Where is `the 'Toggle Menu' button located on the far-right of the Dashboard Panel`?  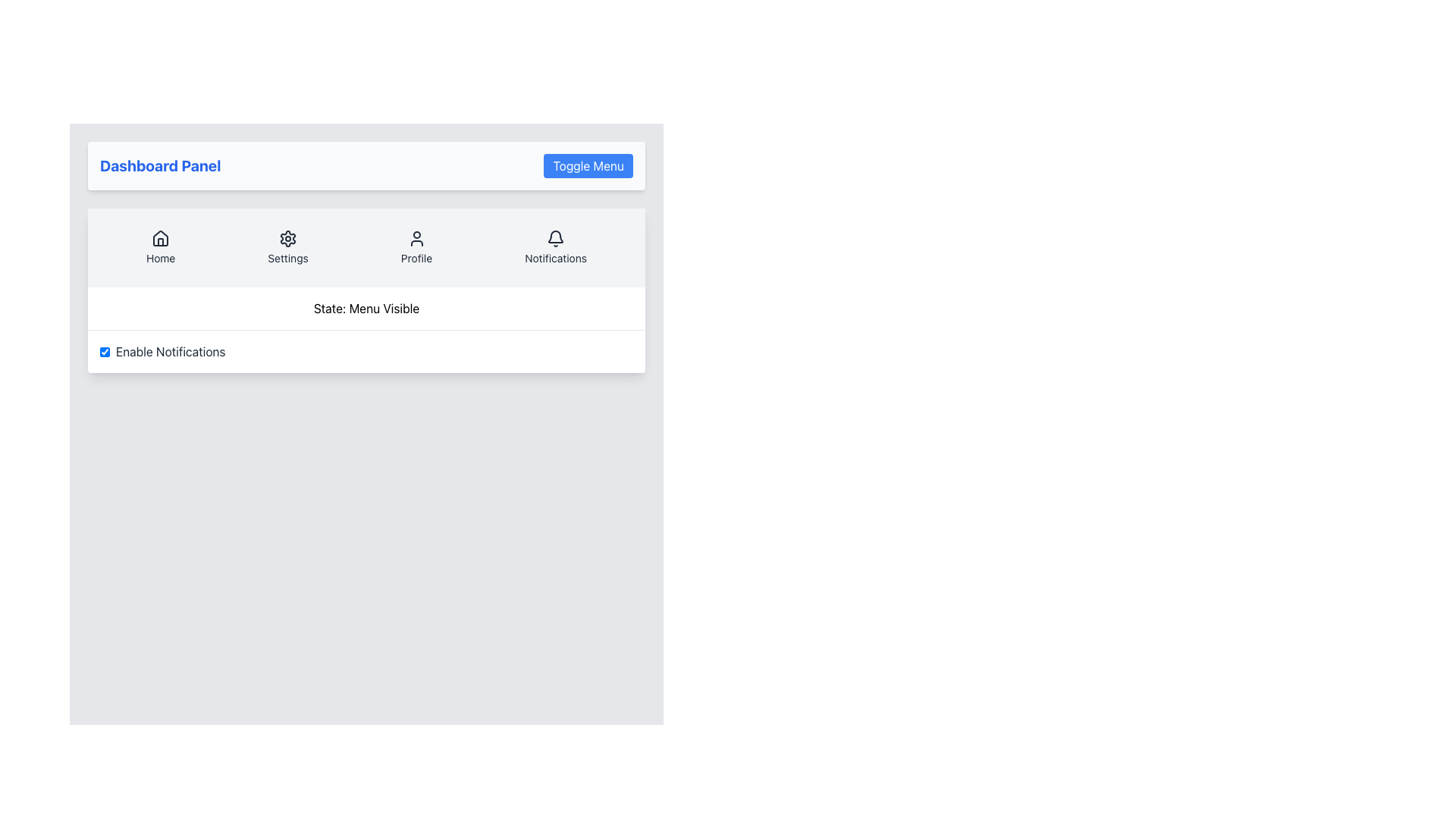
the 'Toggle Menu' button located on the far-right of the Dashboard Panel is located at coordinates (588, 166).